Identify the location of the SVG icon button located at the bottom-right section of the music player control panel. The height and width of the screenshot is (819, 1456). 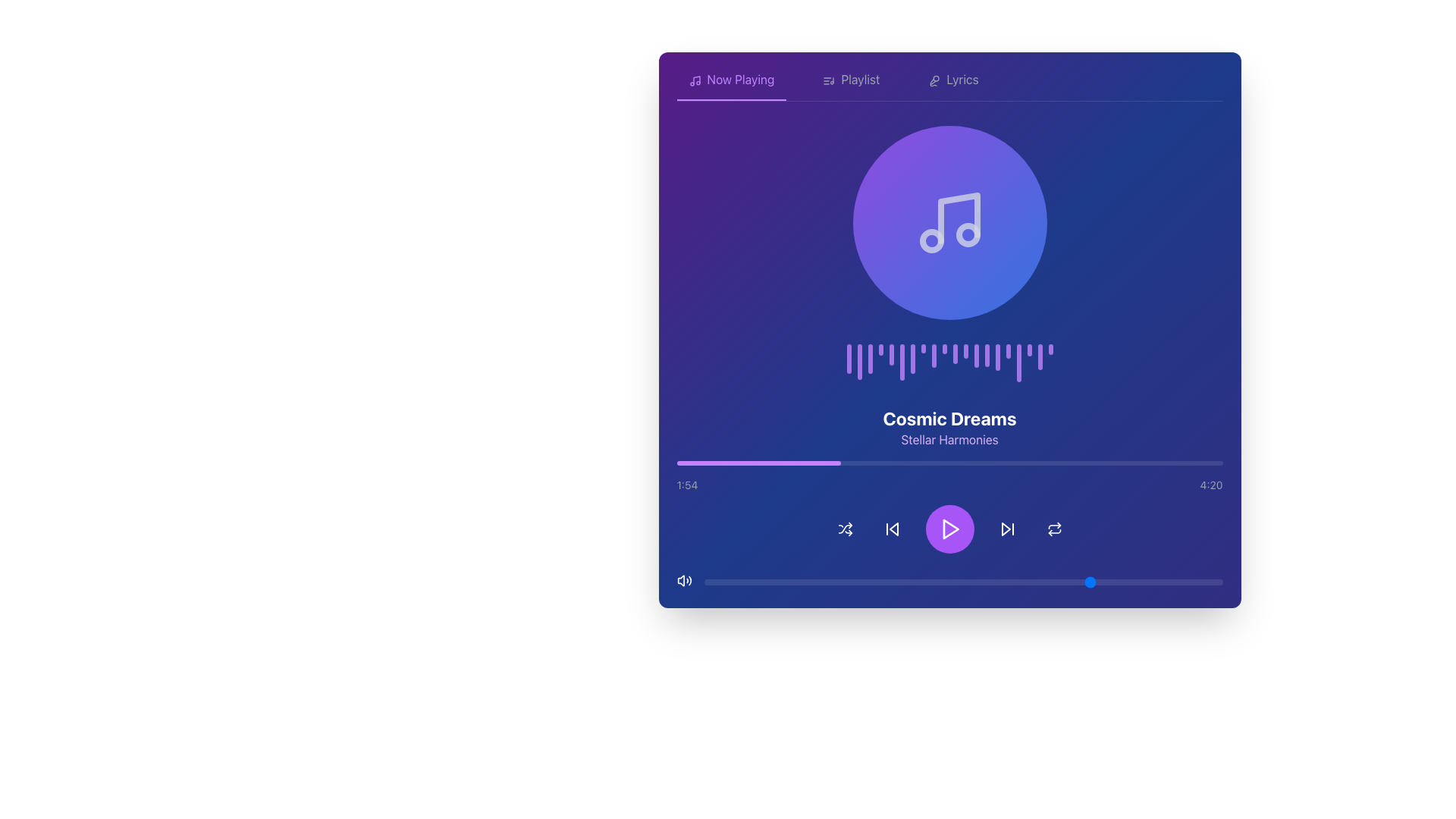
(1053, 529).